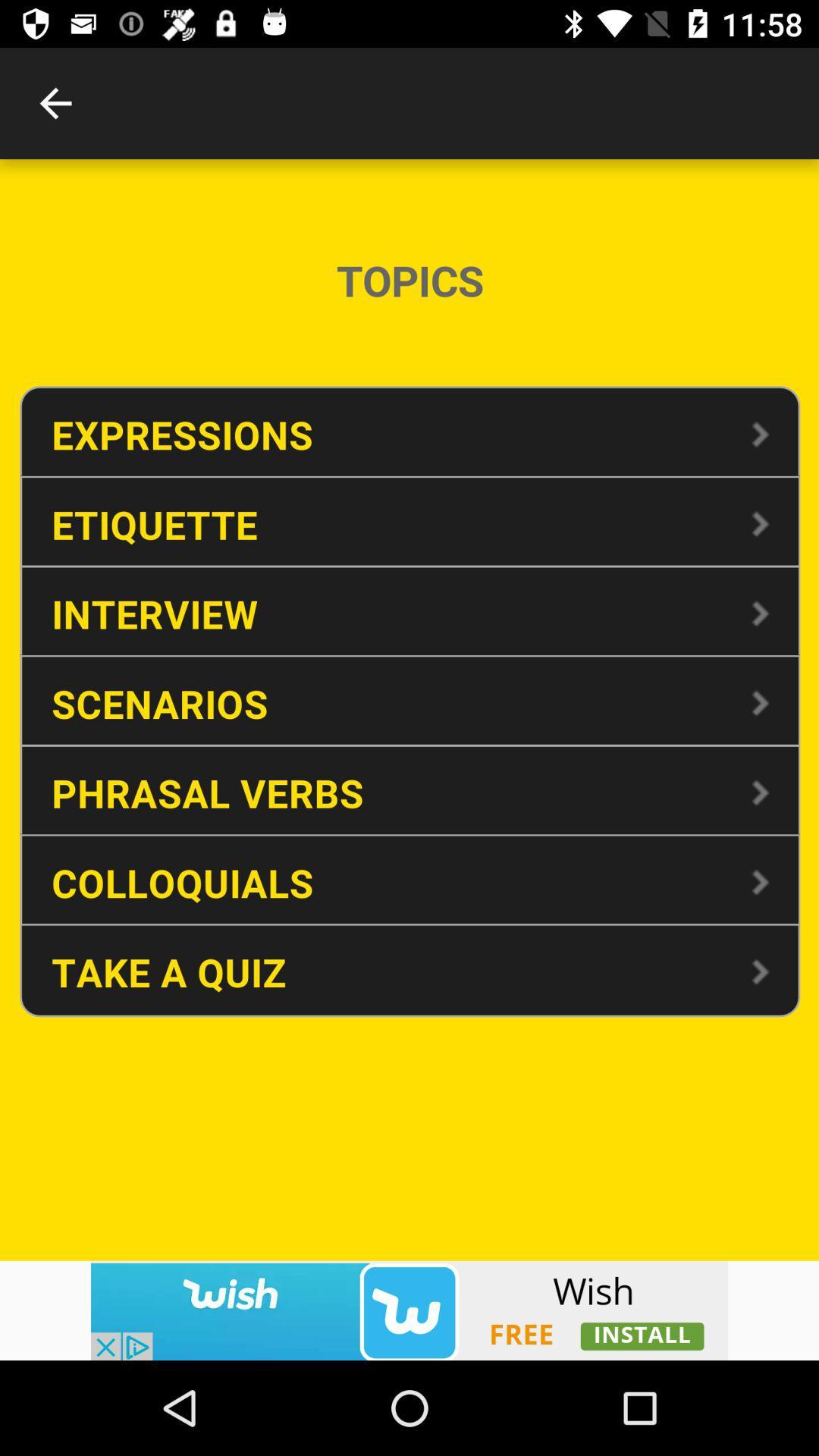 The width and height of the screenshot is (819, 1456). What do you see at coordinates (409, 1310) in the screenshot?
I see `open advertisement` at bounding box center [409, 1310].